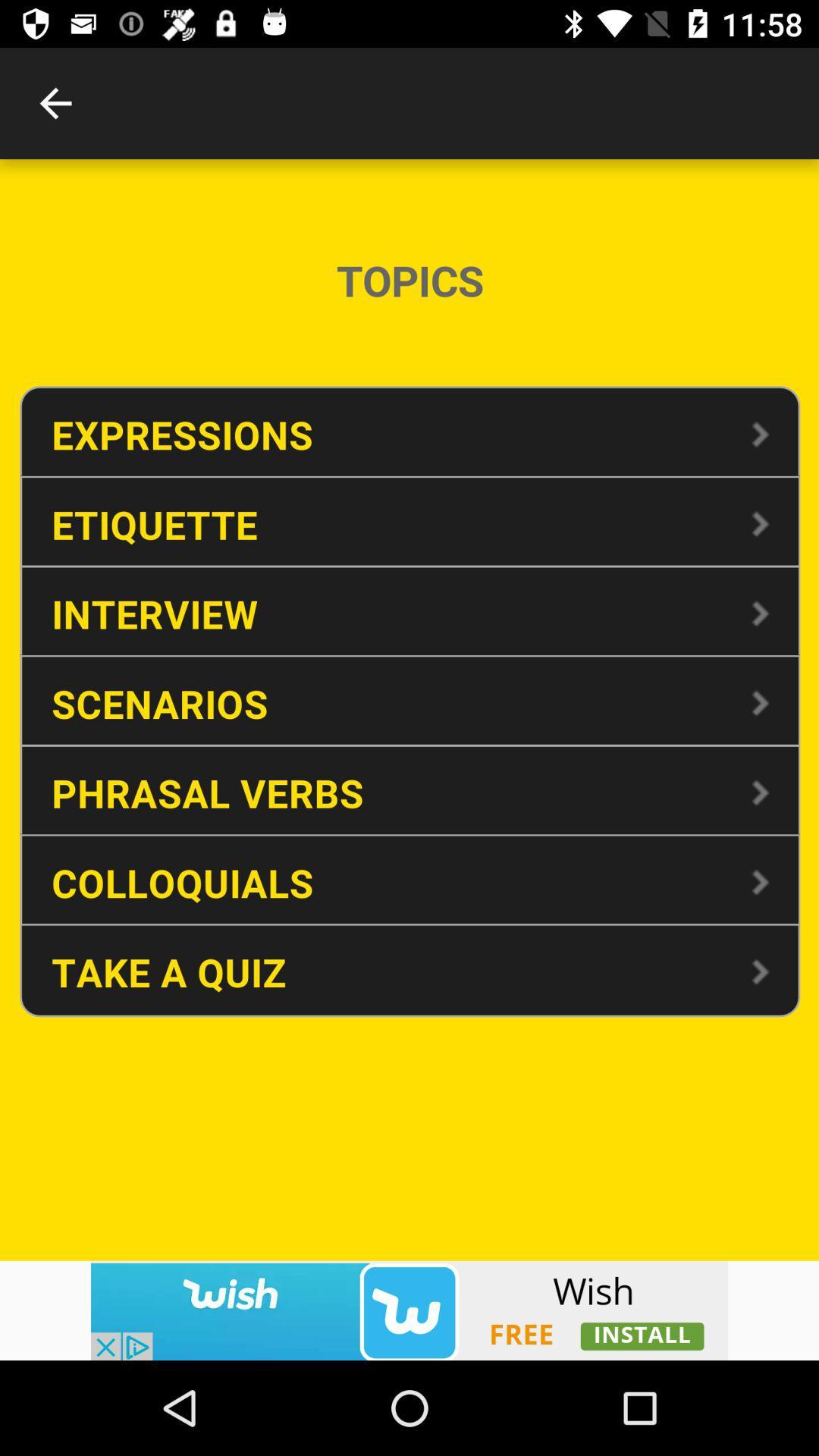 The width and height of the screenshot is (819, 1456). What do you see at coordinates (409, 1310) in the screenshot?
I see `open advertisement` at bounding box center [409, 1310].